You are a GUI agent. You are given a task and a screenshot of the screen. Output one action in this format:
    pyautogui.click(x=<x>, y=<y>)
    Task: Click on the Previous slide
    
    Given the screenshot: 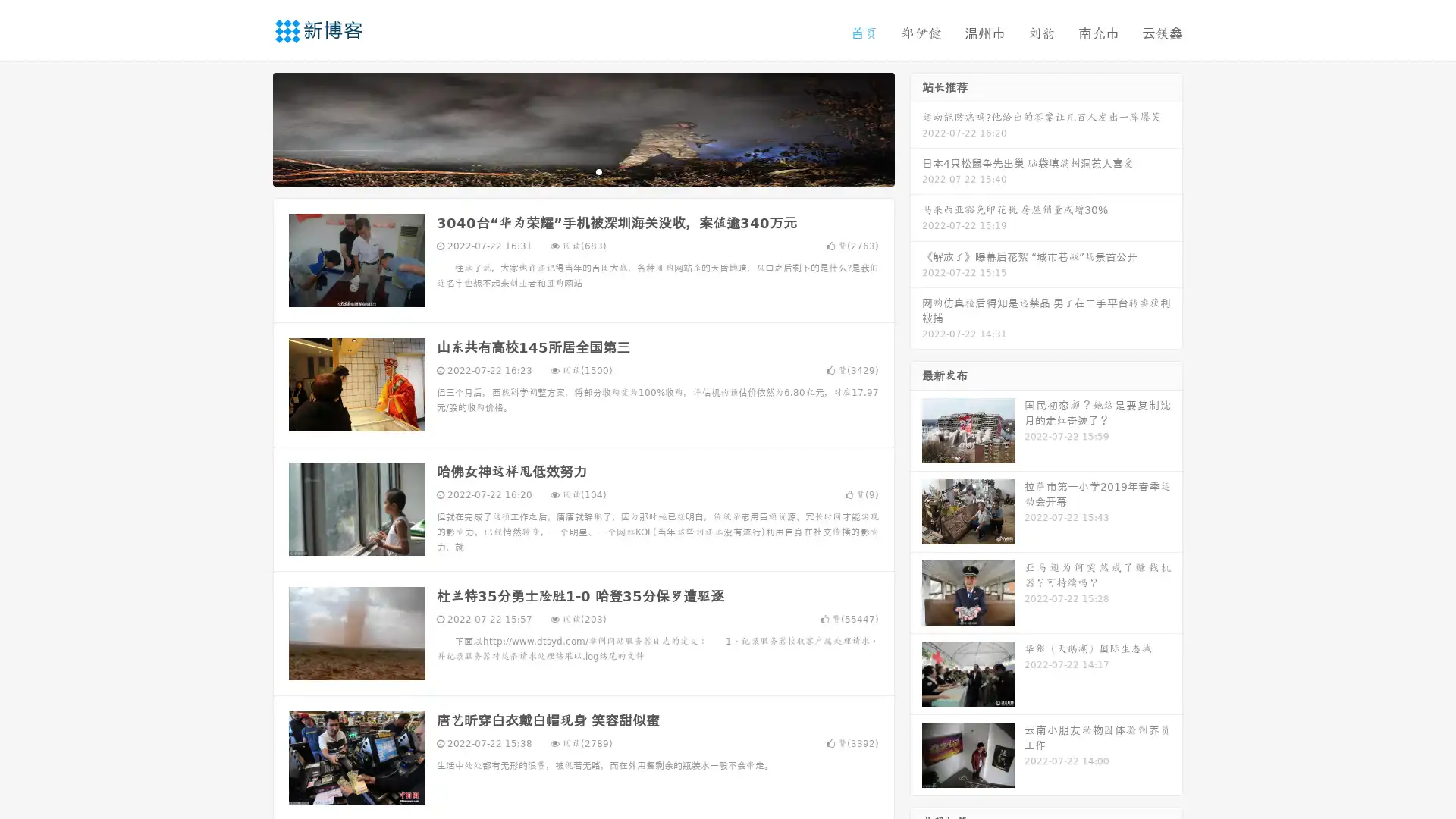 What is the action you would take?
    pyautogui.click(x=250, y=127)
    